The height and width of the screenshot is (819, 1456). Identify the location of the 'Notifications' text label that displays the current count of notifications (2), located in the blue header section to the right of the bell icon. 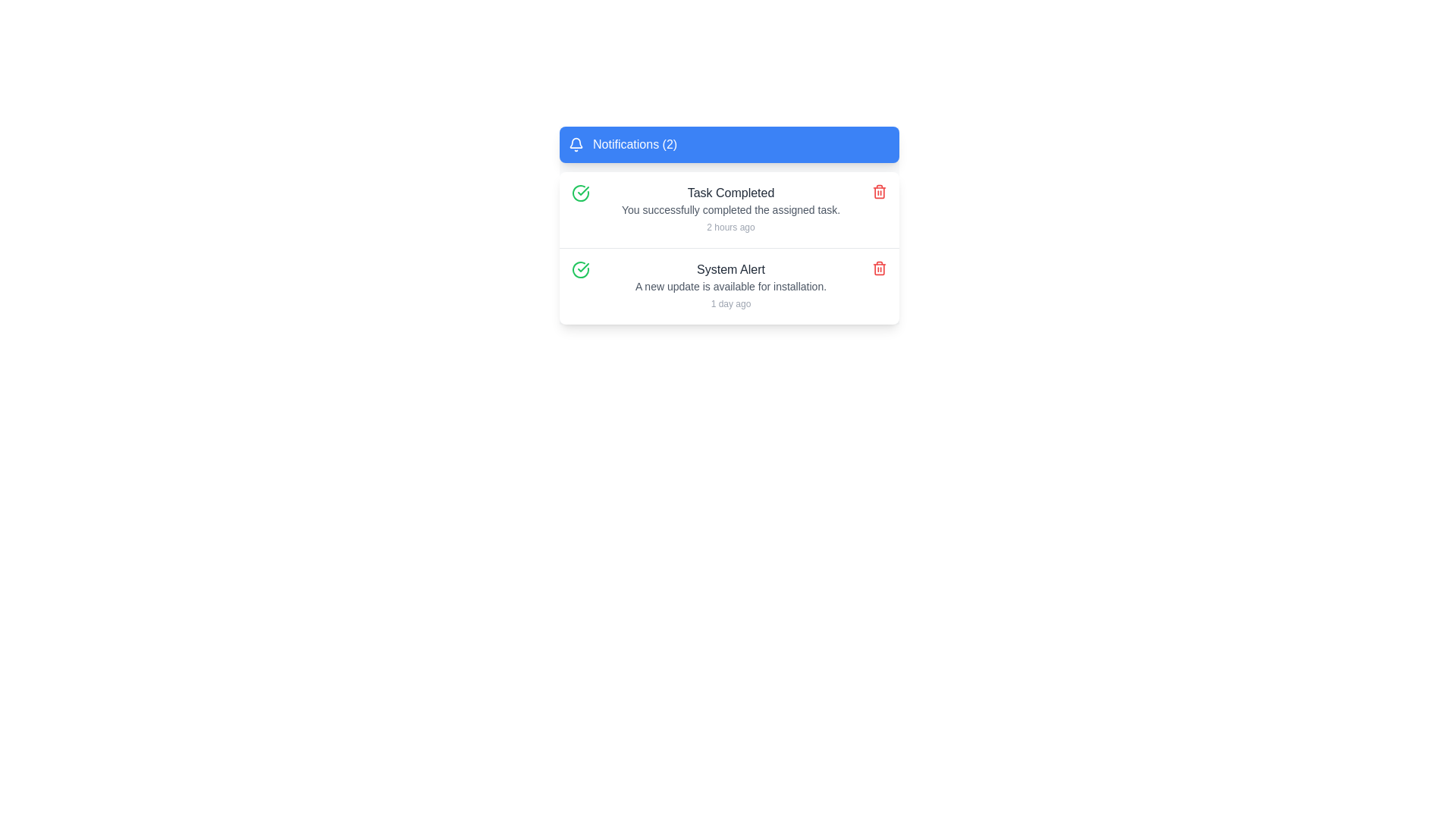
(635, 145).